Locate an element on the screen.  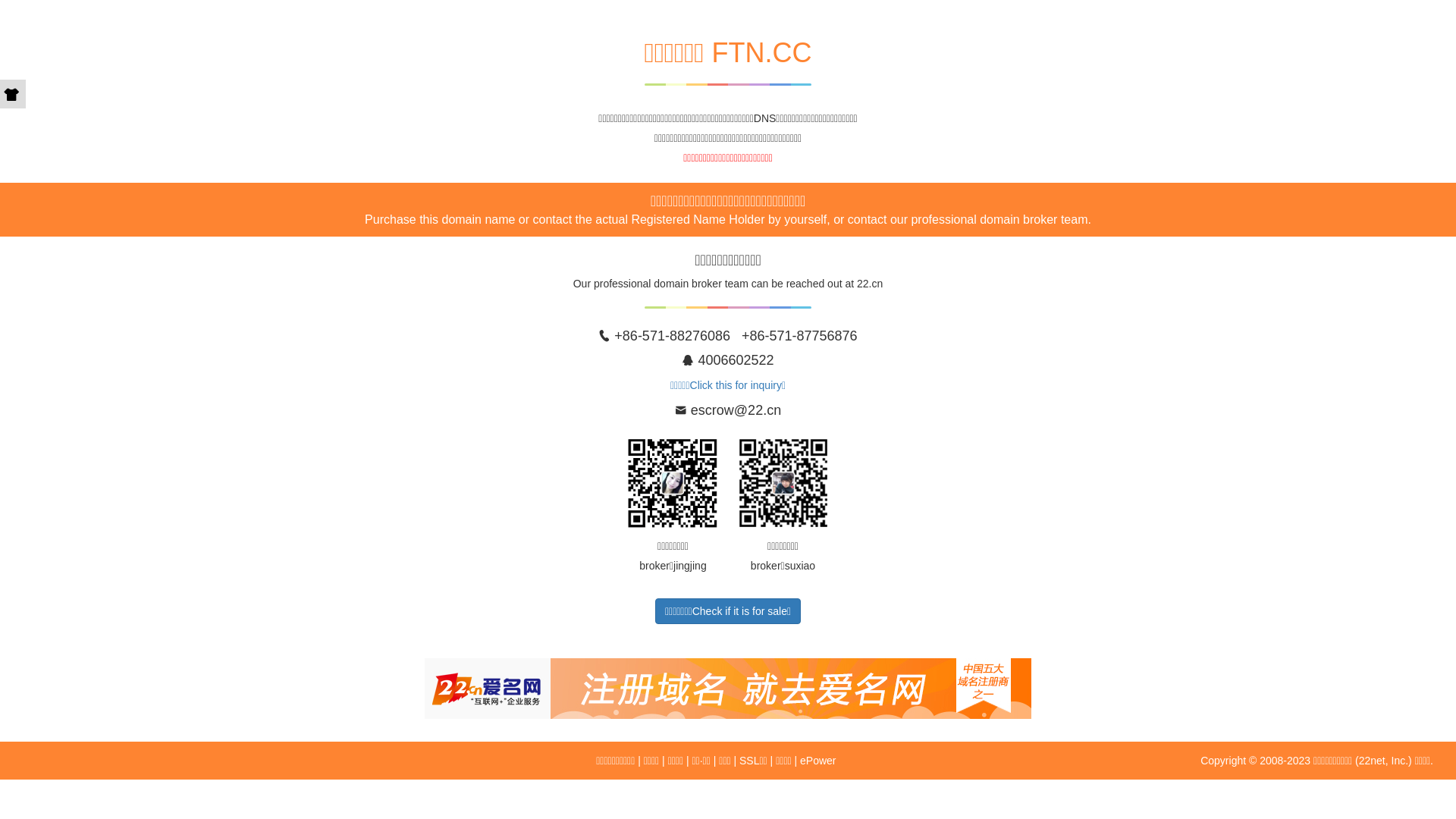
'ePower' is located at coordinates (817, 760).